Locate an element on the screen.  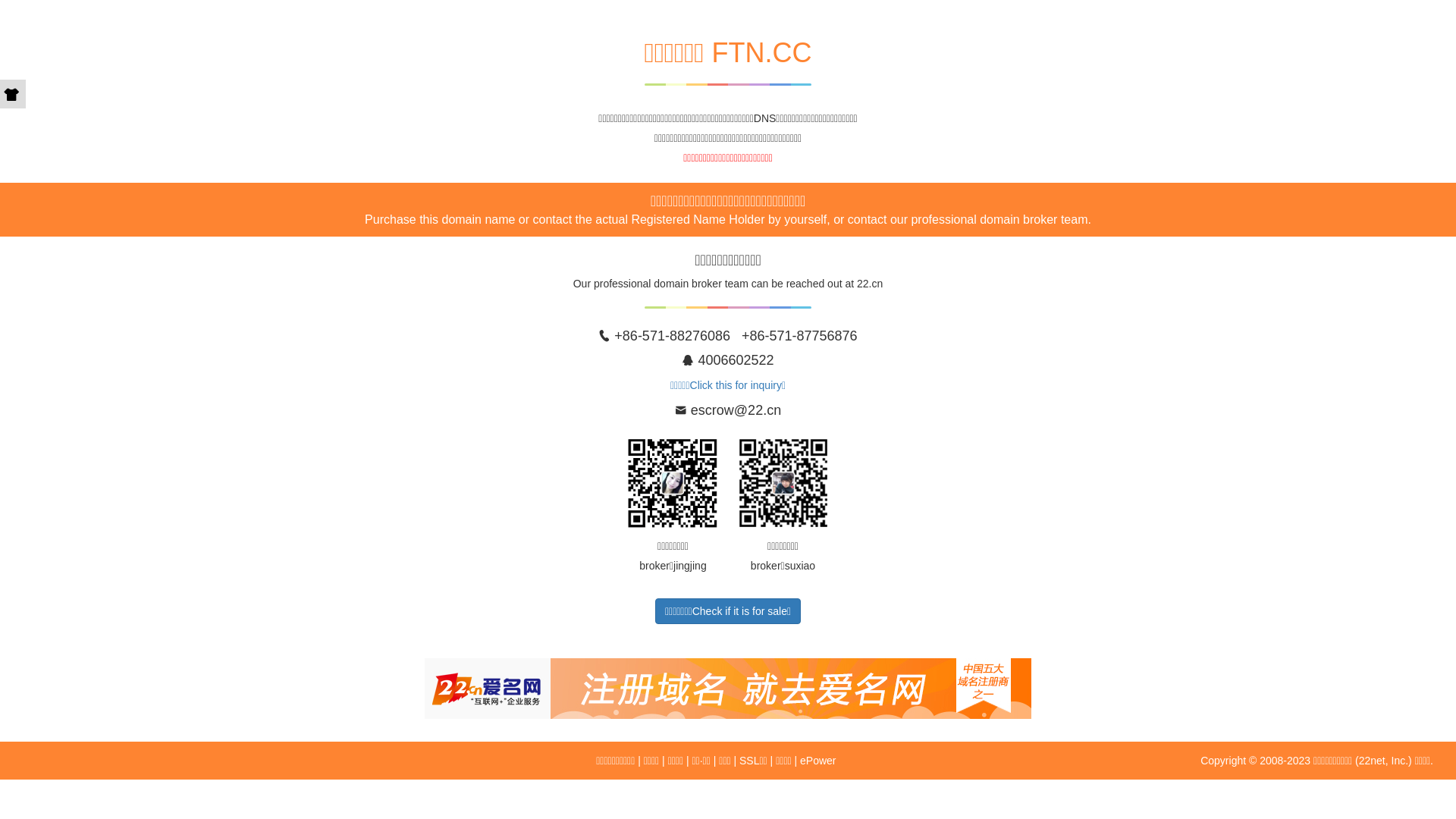
'ePower' is located at coordinates (817, 760).